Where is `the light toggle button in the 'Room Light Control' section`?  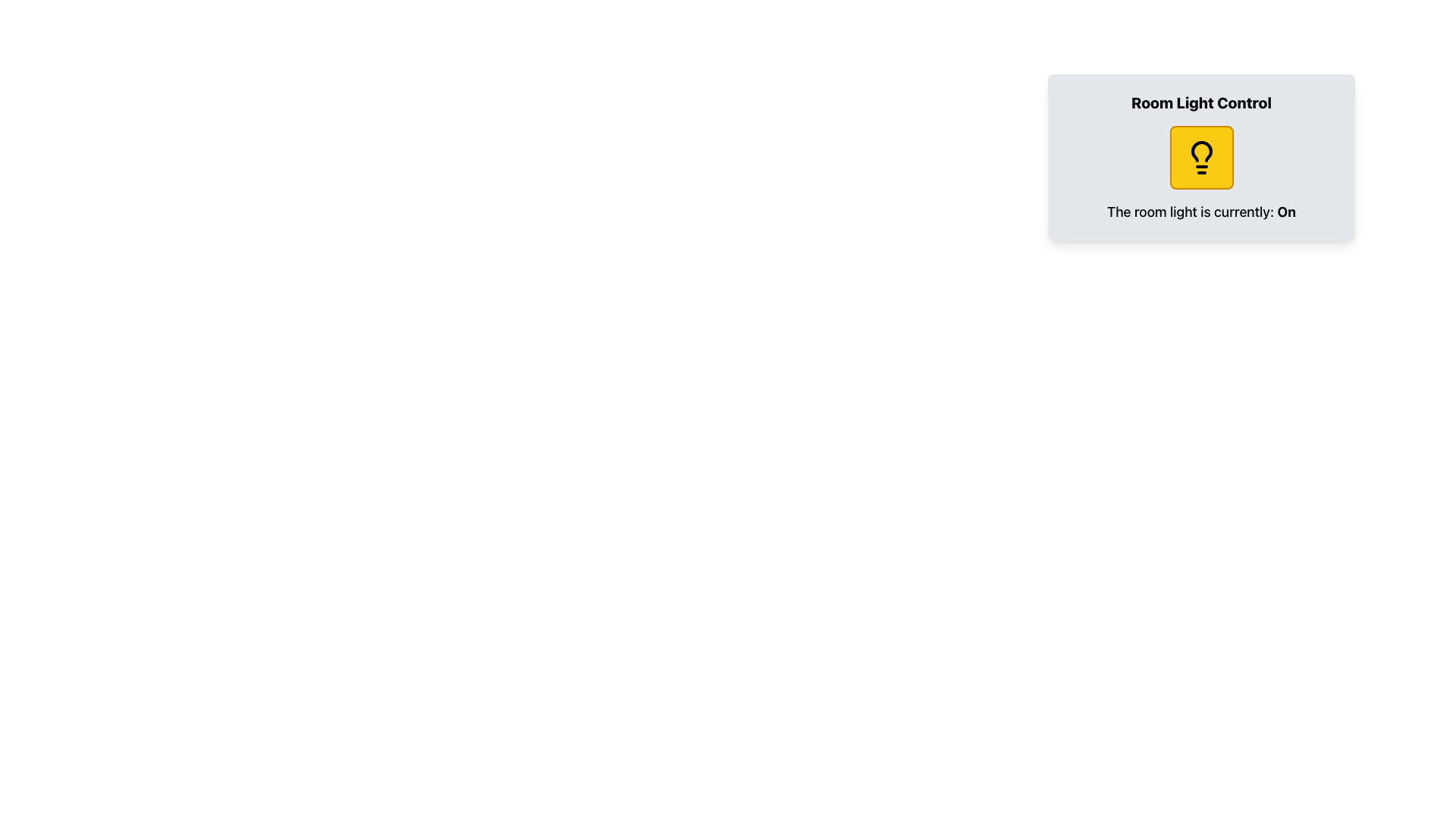 the light toggle button in the 'Room Light Control' section is located at coordinates (1200, 158).